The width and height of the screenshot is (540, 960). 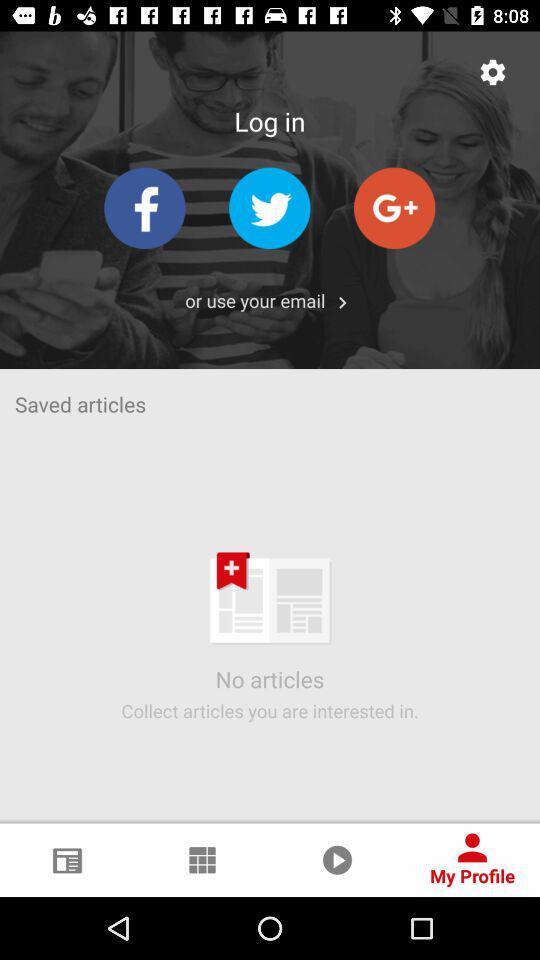 What do you see at coordinates (394, 208) in the screenshot?
I see `share to google+` at bounding box center [394, 208].